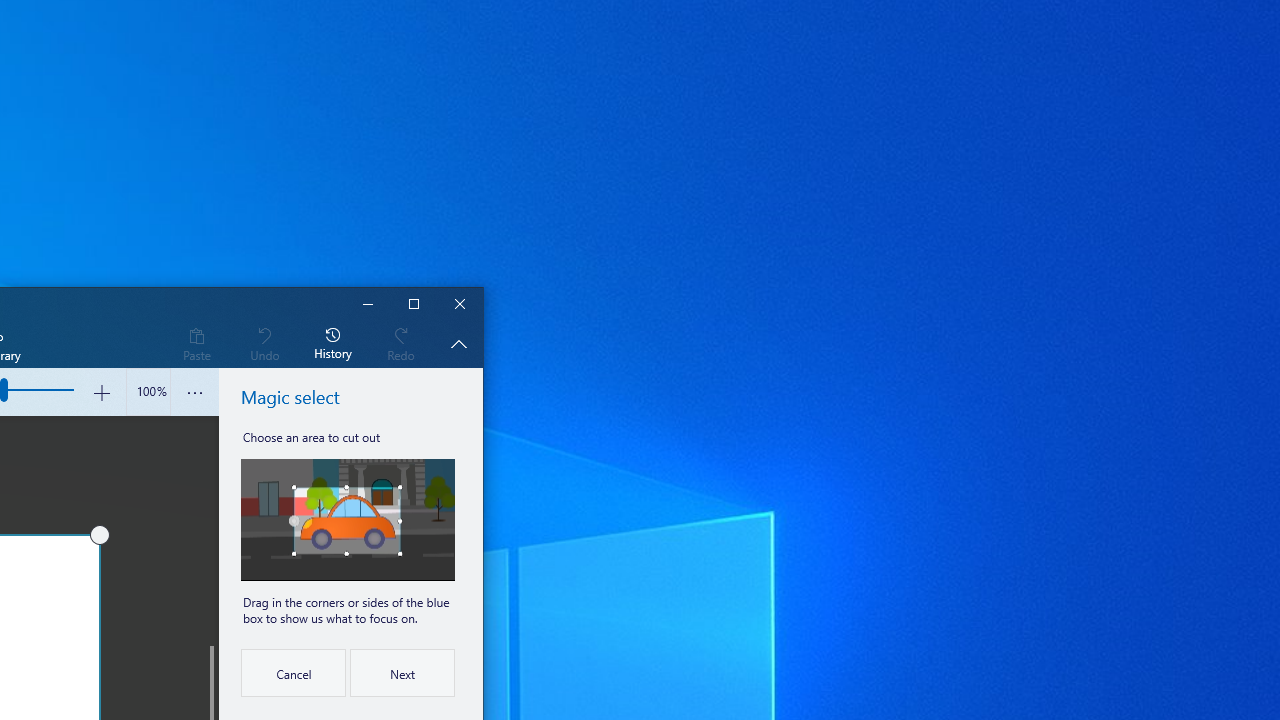 The image size is (1280, 720). I want to click on 'View more options', so click(195, 392).